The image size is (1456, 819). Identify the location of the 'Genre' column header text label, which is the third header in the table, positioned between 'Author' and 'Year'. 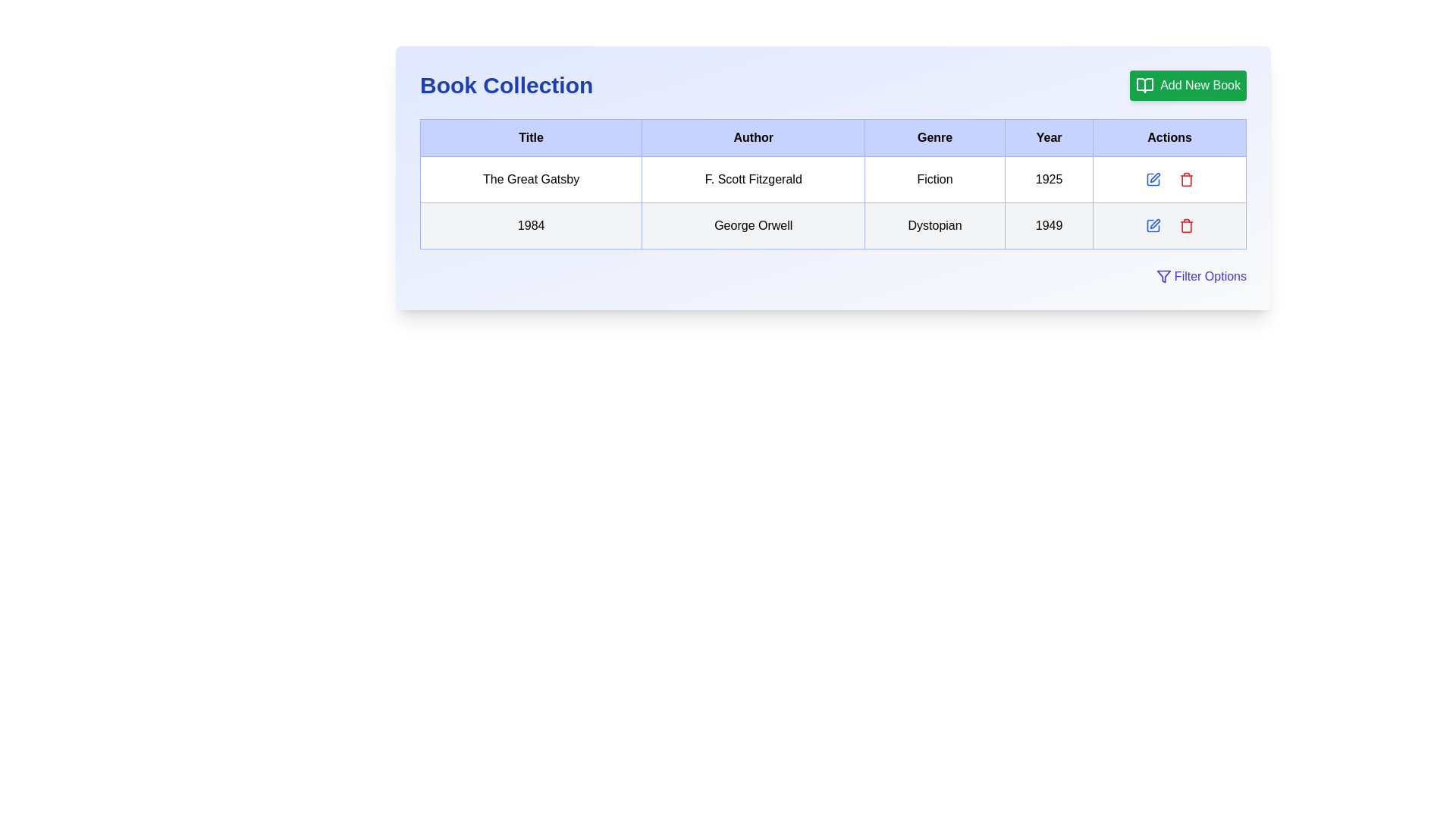
(934, 137).